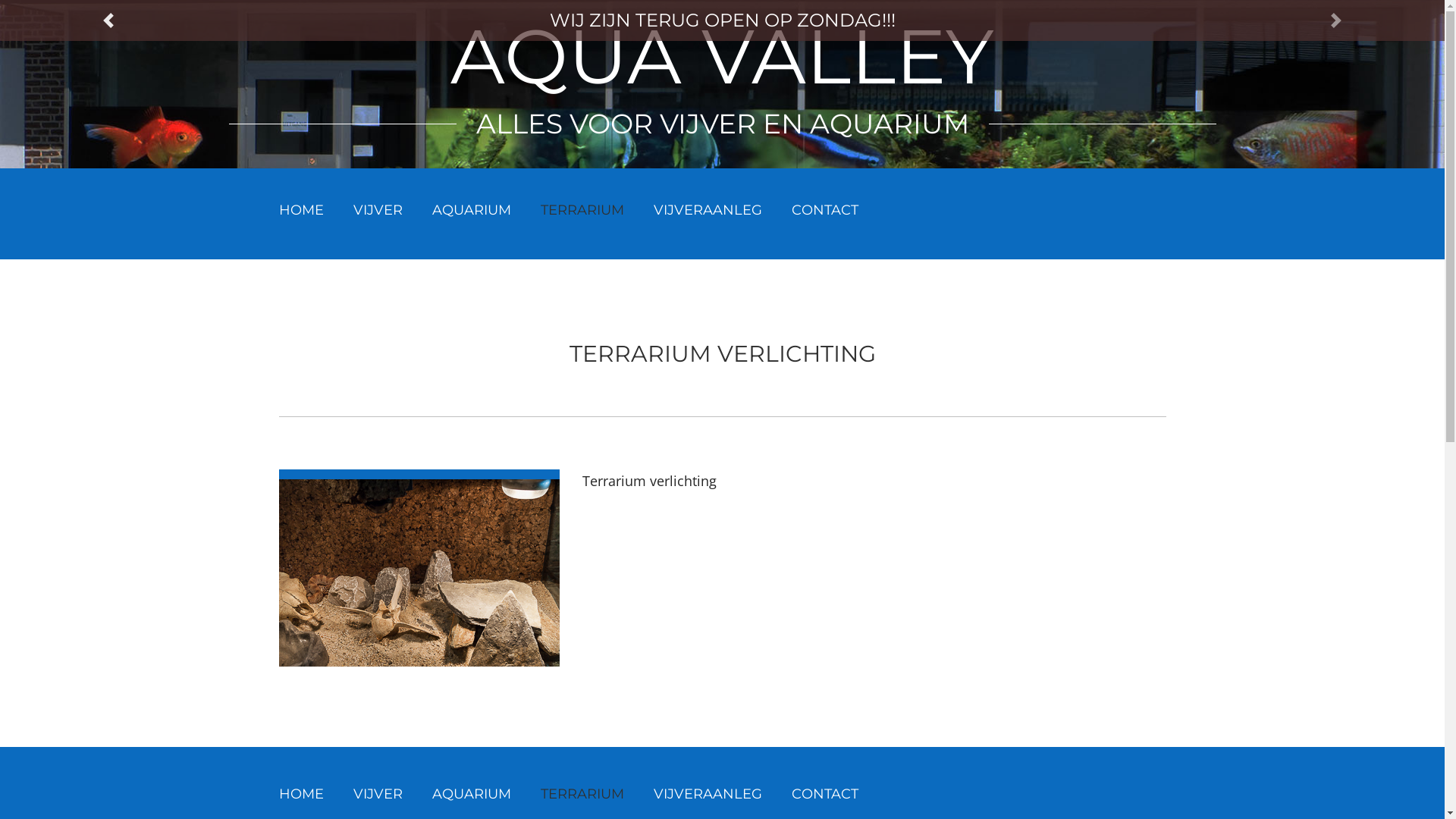 The width and height of the screenshot is (1456, 819). Describe the element at coordinates (824, 210) in the screenshot. I see `'CONTACT'` at that location.